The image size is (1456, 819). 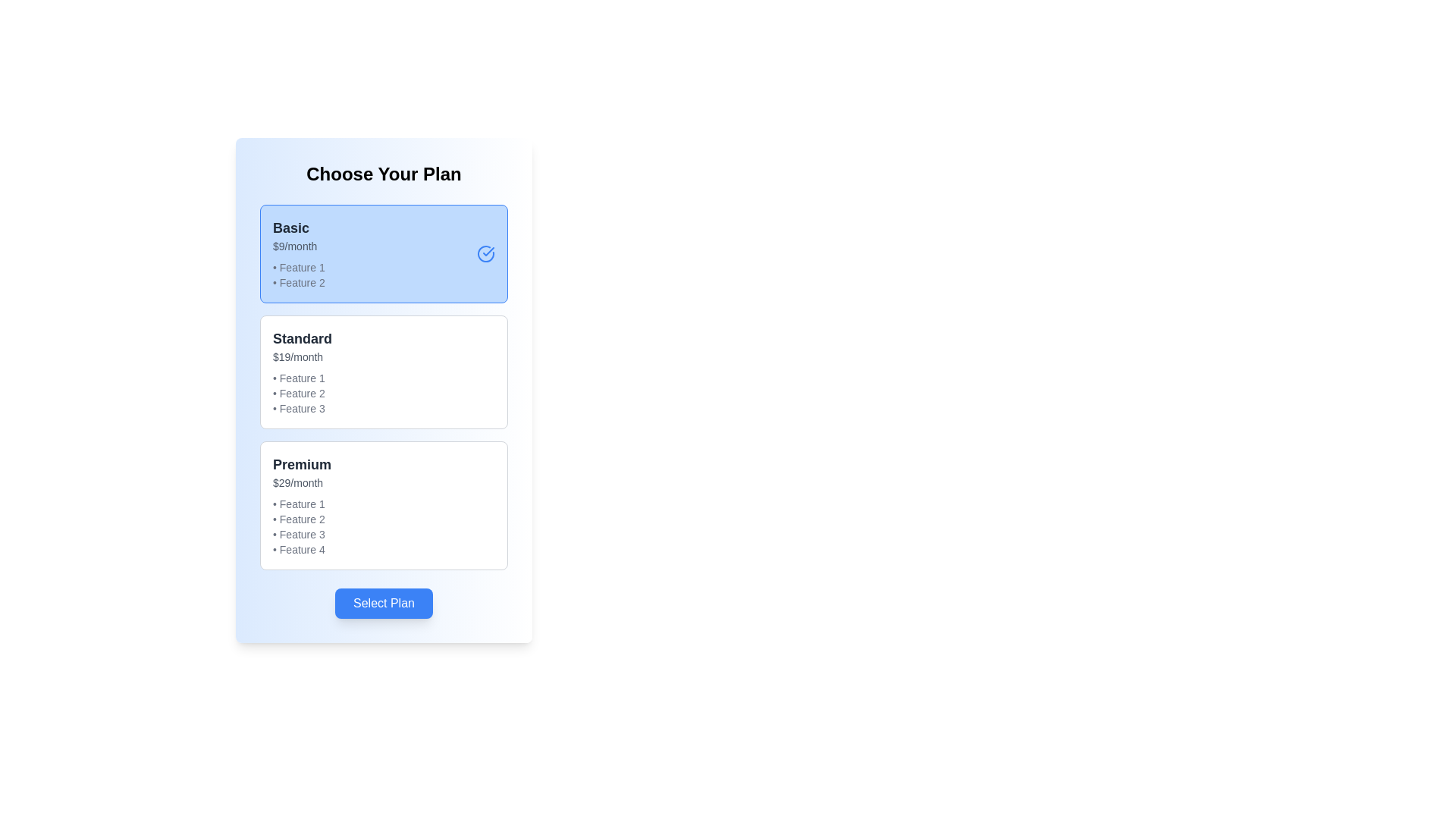 I want to click on the text label that conveys information about the third feature included in the 'Premium' plan, located in the vertical list under the 'Premium' plan section, so click(x=302, y=534).